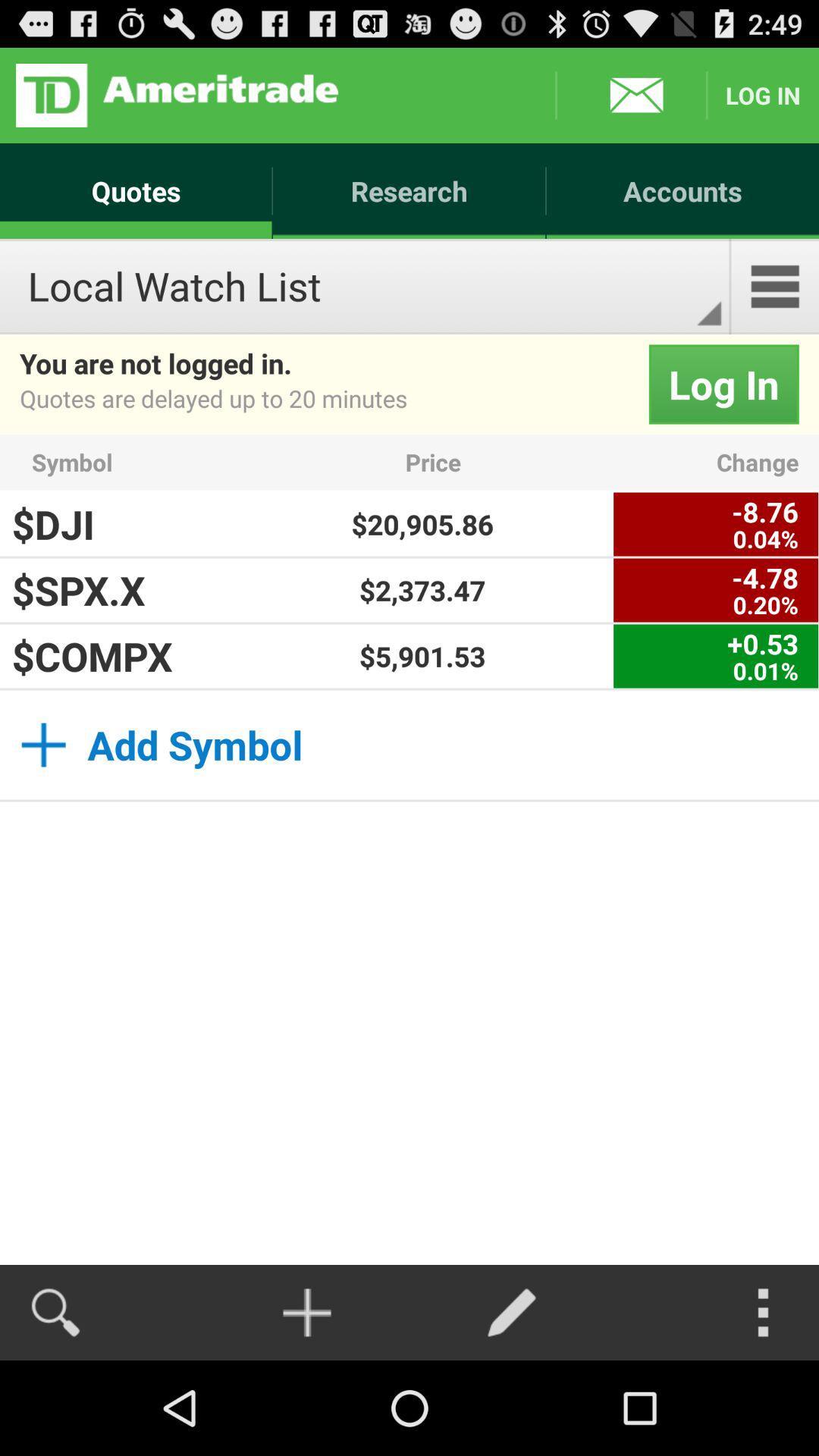 The height and width of the screenshot is (1456, 819). What do you see at coordinates (631, 94) in the screenshot?
I see `open mail` at bounding box center [631, 94].